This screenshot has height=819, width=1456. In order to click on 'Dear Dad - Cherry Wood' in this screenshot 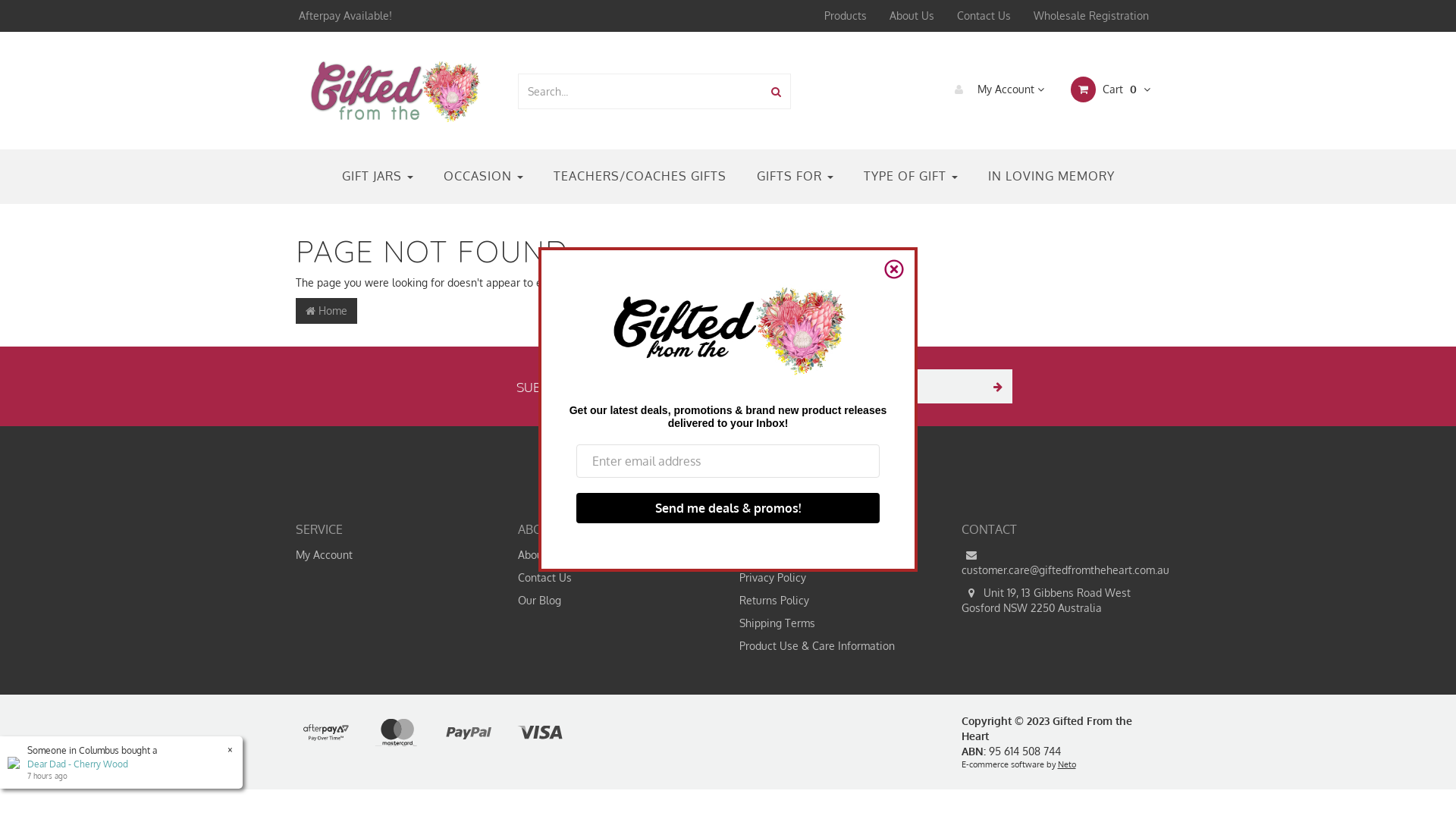, I will do `click(27, 764)`.